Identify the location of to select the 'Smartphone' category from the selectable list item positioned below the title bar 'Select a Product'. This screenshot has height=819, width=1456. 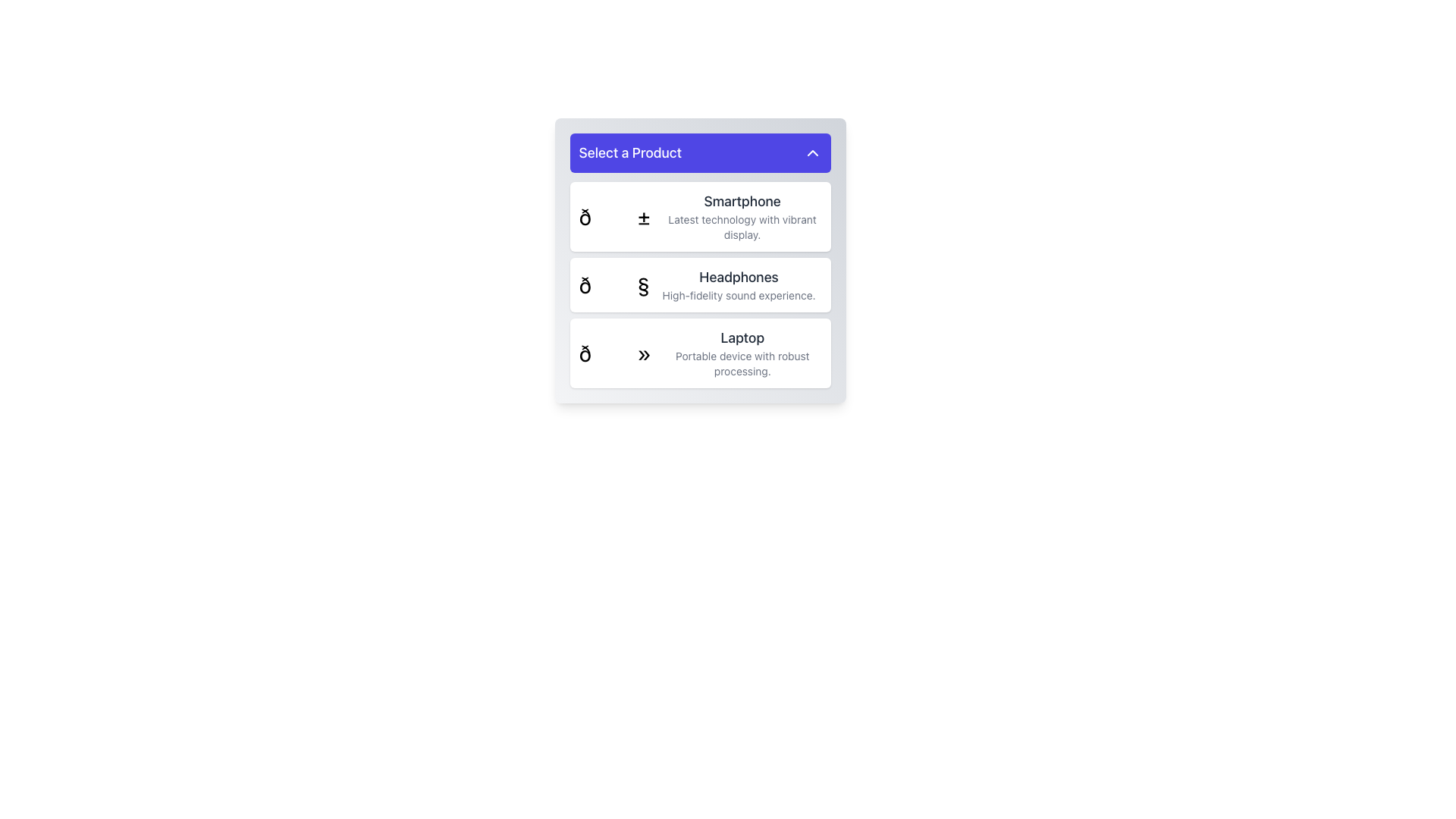
(742, 216).